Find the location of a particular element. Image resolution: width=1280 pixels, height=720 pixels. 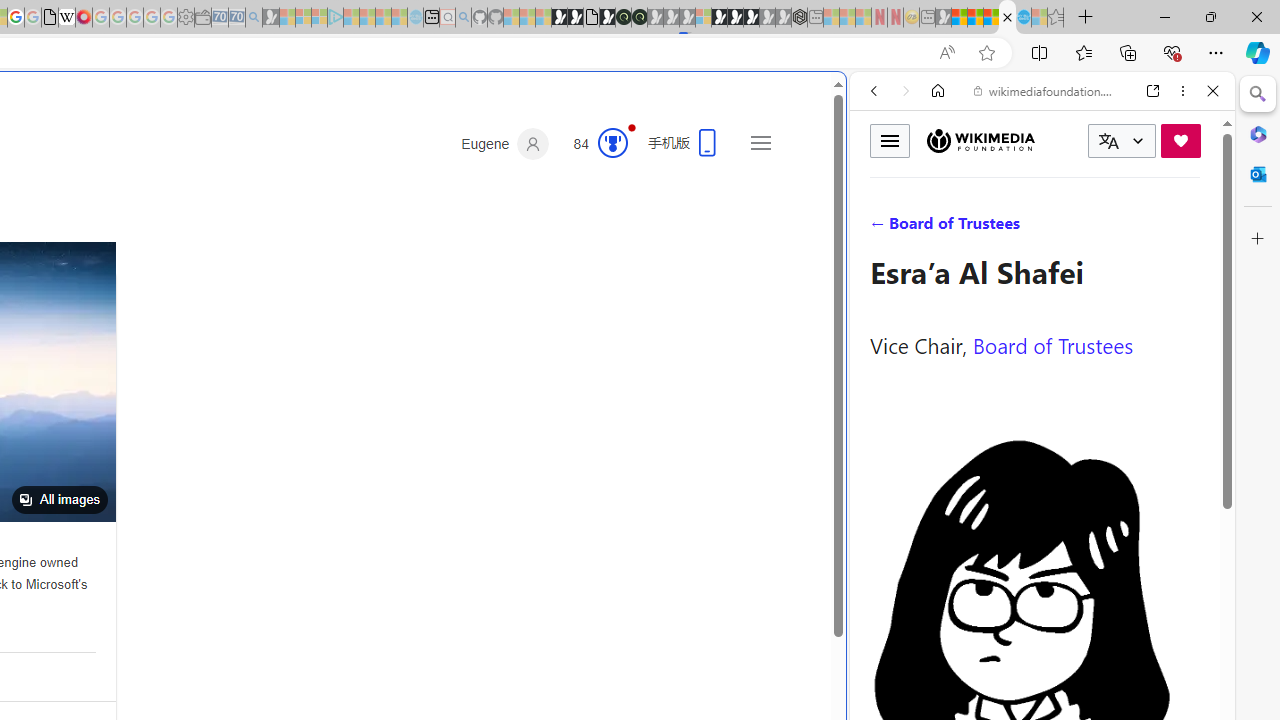

'Home | Sky Blue Bikes - Sky Blue Bikes - Sleeping' is located at coordinates (415, 17).